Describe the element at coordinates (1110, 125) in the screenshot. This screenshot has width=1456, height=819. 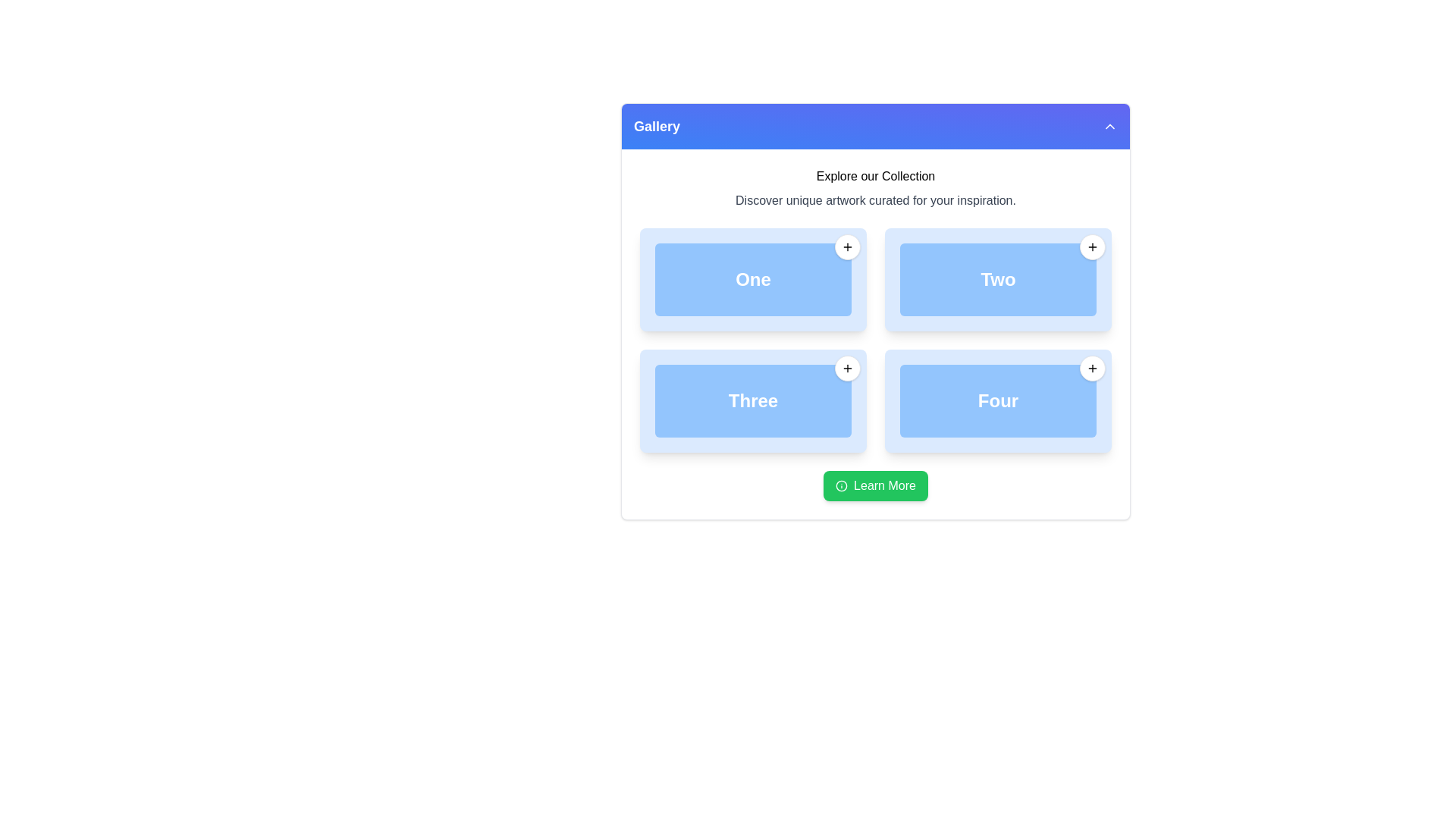
I see `the Chevron-Up icon located at the top right corner of the header bar` at that location.